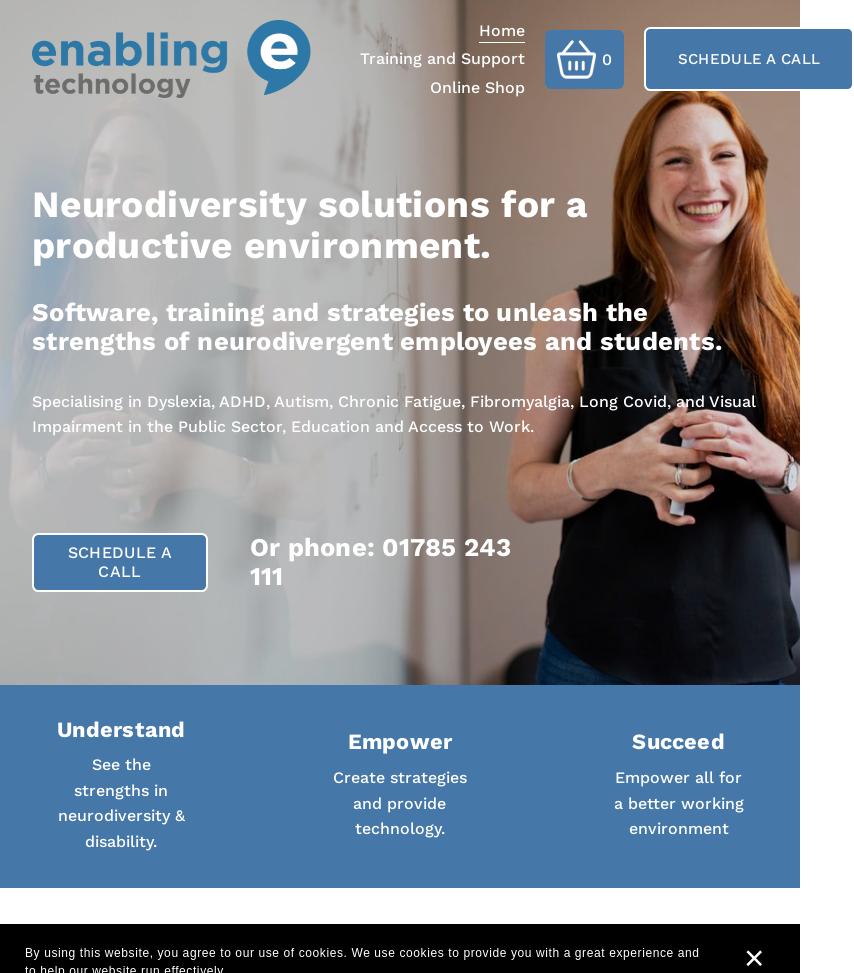 The height and width of the screenshot is (973, 854). What do you see at coordinates (122, 802) in the screenshot?
I see `'See the strengths in neurodiversity & disability.'` at bounding box center [122, 802].